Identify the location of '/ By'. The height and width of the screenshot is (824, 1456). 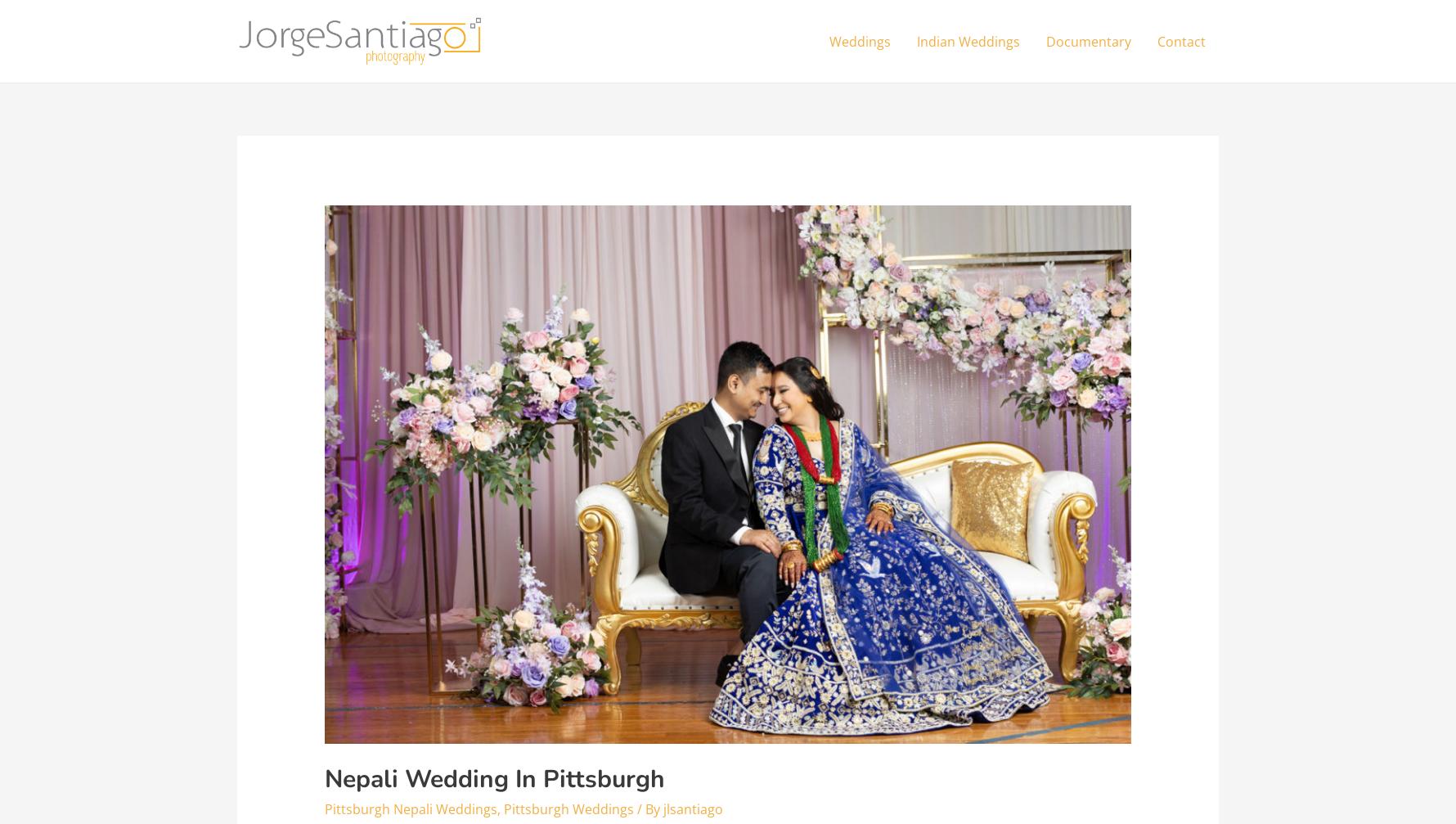
(632, 808).